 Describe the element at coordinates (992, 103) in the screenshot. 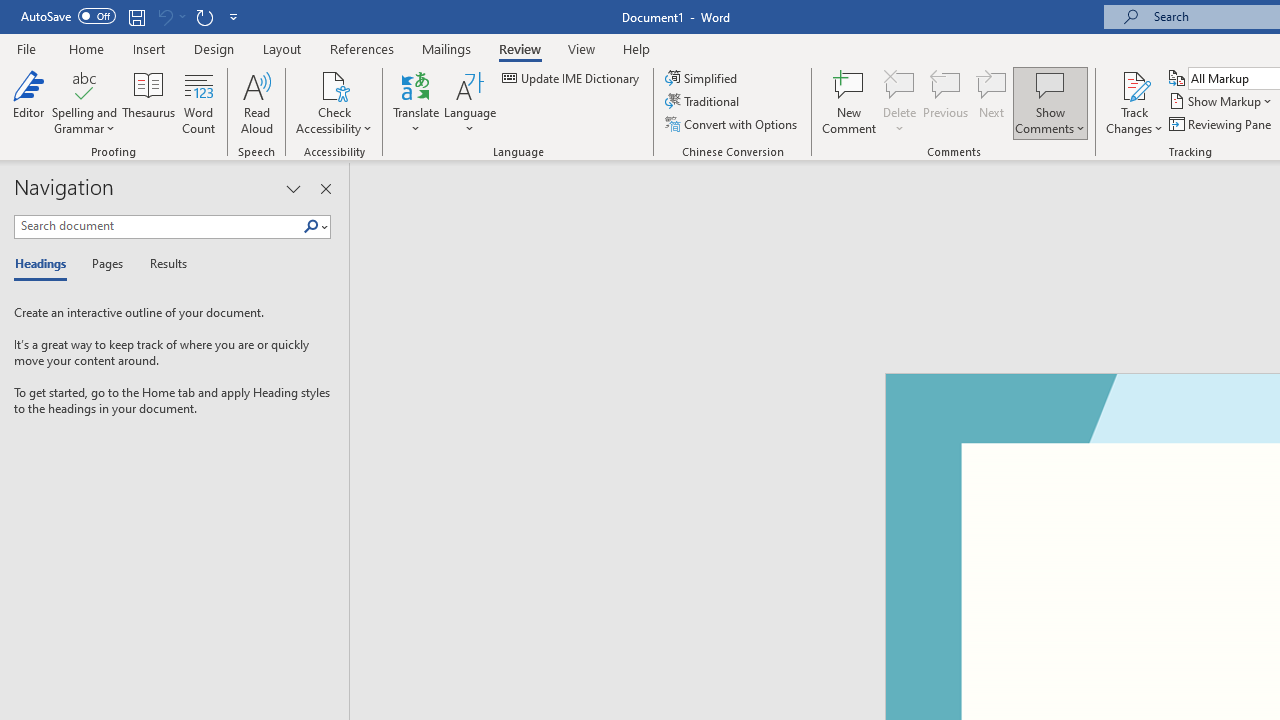

I see `'Next'` at that location.